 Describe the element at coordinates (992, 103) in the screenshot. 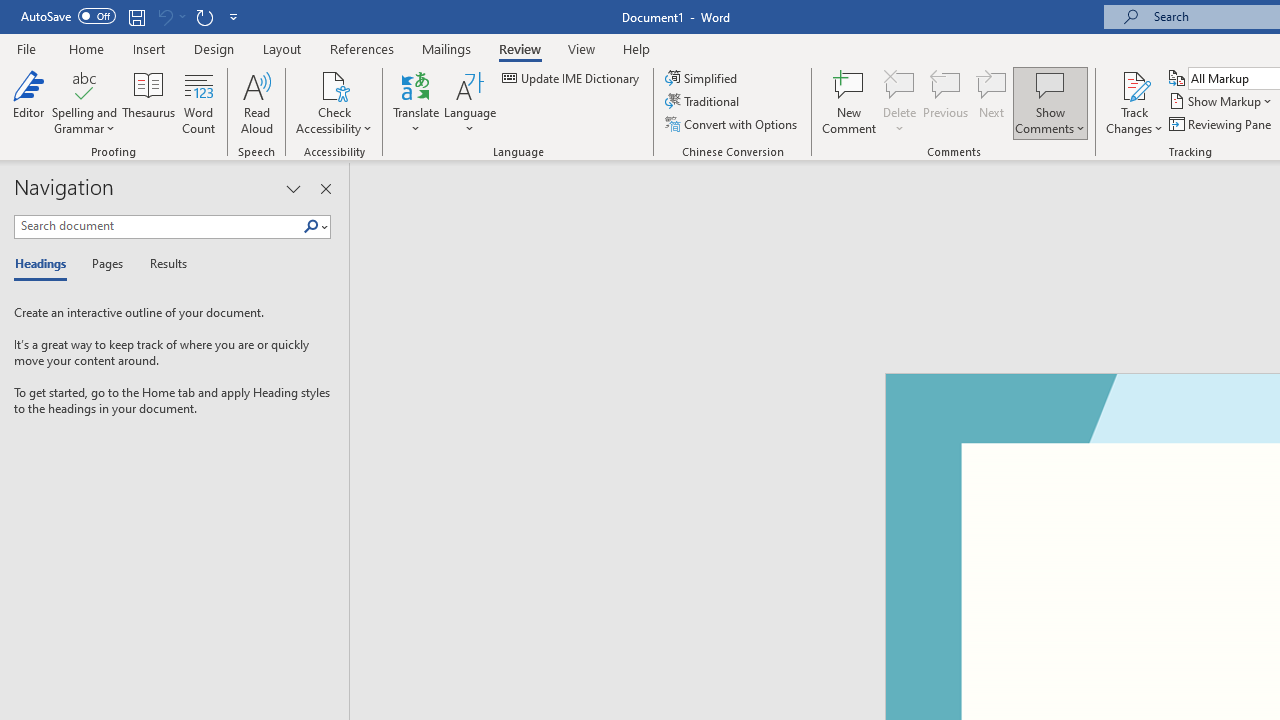

I see `'Next'` at that location.